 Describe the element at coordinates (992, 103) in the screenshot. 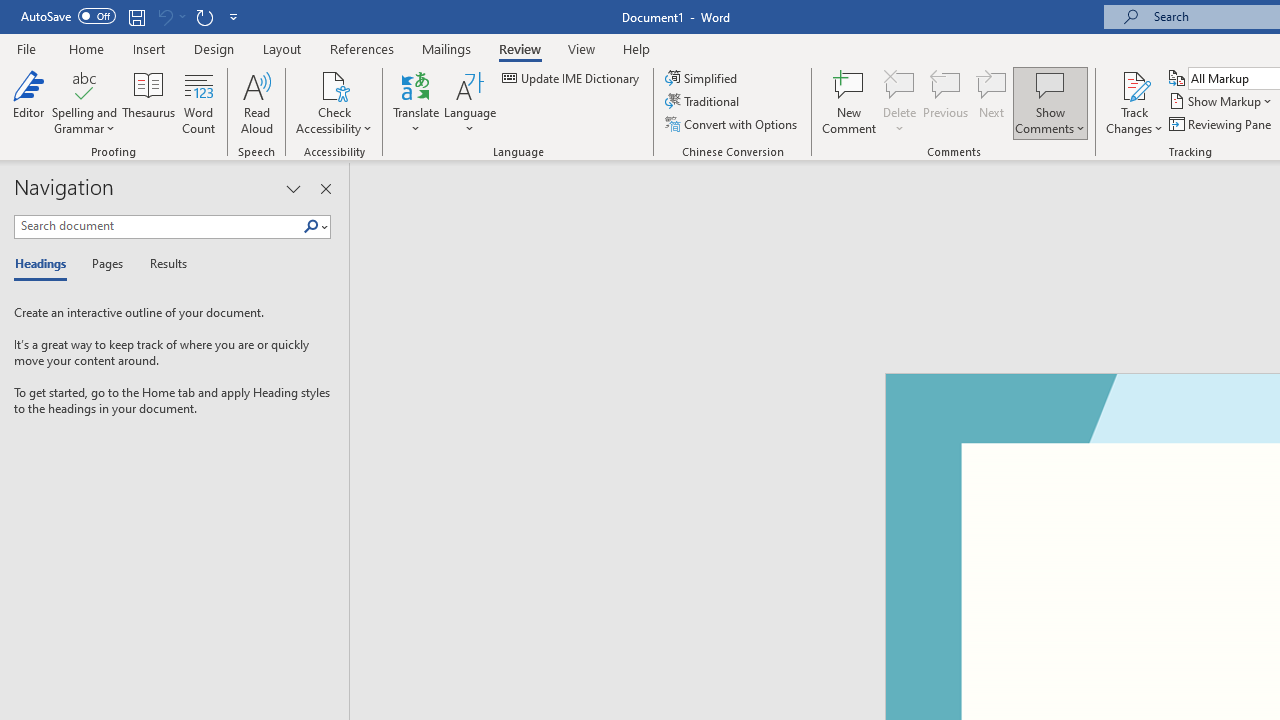

I see `'Next'` at that location.